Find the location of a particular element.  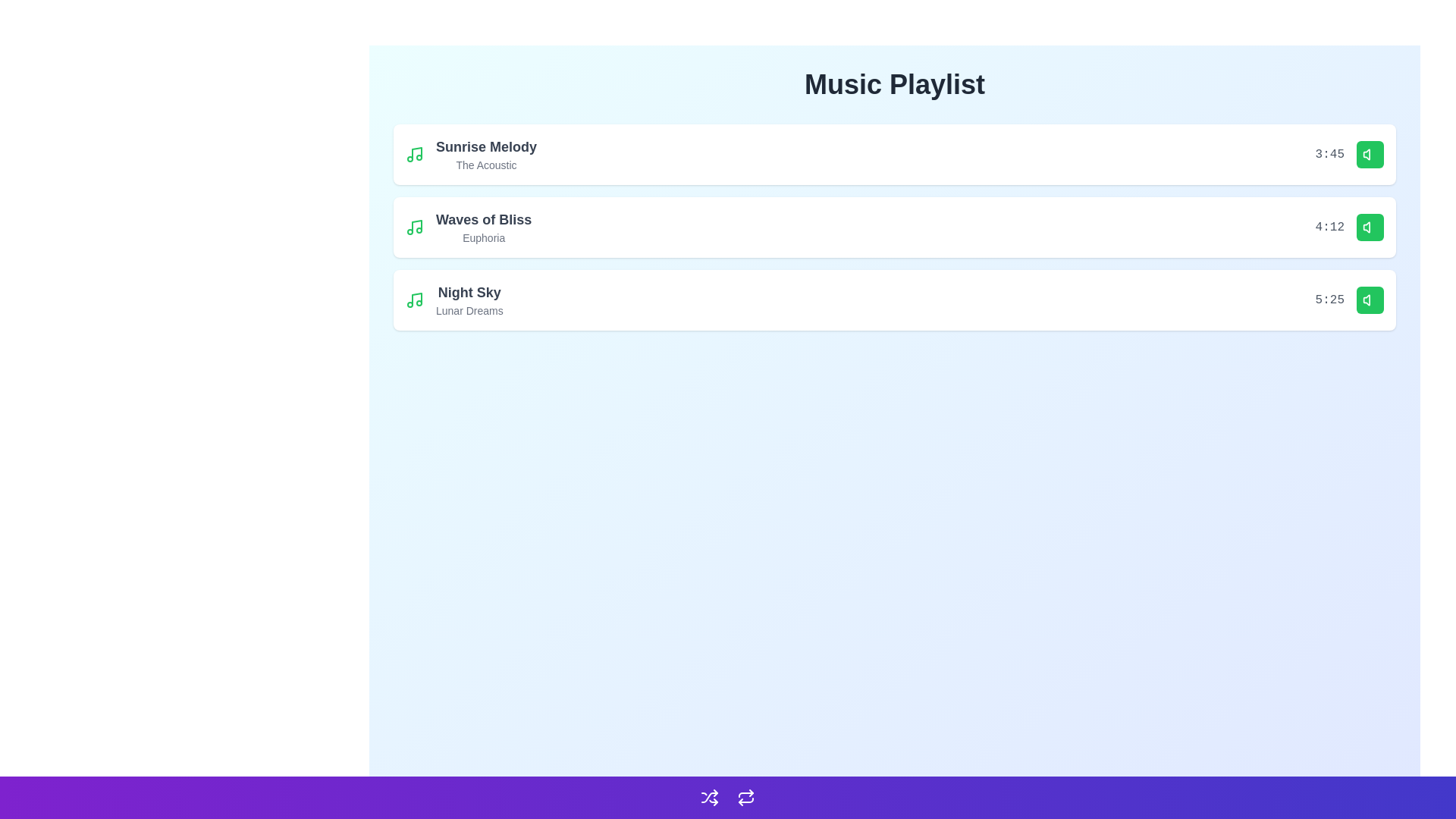

the text label displaying '5:25' in a monospaced font, located beside a green button with a speaker icon in the music playlist interface is located at coordinates (1329, 300).